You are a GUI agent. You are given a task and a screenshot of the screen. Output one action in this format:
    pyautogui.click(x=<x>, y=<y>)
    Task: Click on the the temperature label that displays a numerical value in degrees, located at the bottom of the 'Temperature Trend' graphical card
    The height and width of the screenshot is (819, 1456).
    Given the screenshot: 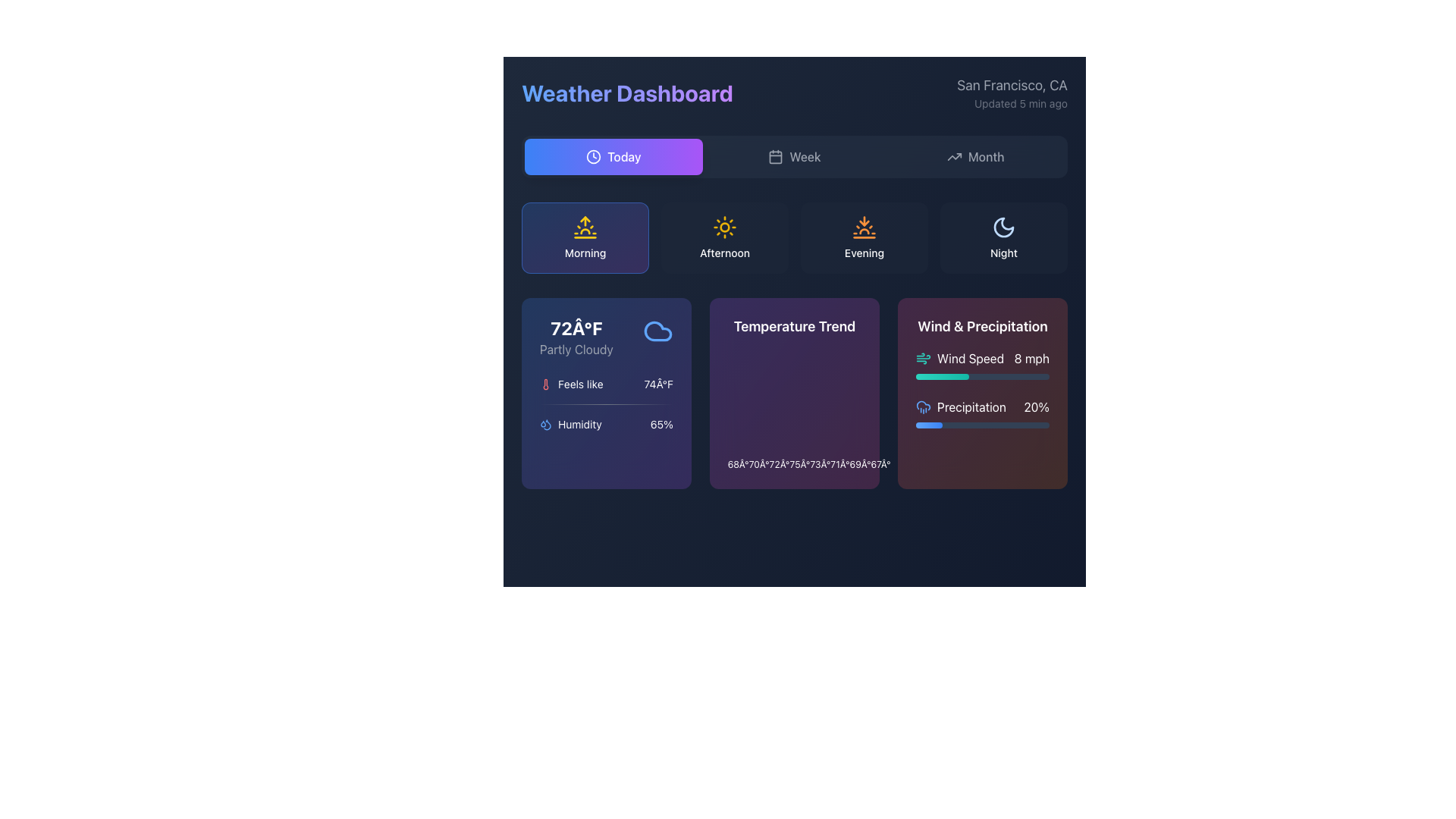 What is the action you would take?
    pyautogui.click(x=860, y=464)
    